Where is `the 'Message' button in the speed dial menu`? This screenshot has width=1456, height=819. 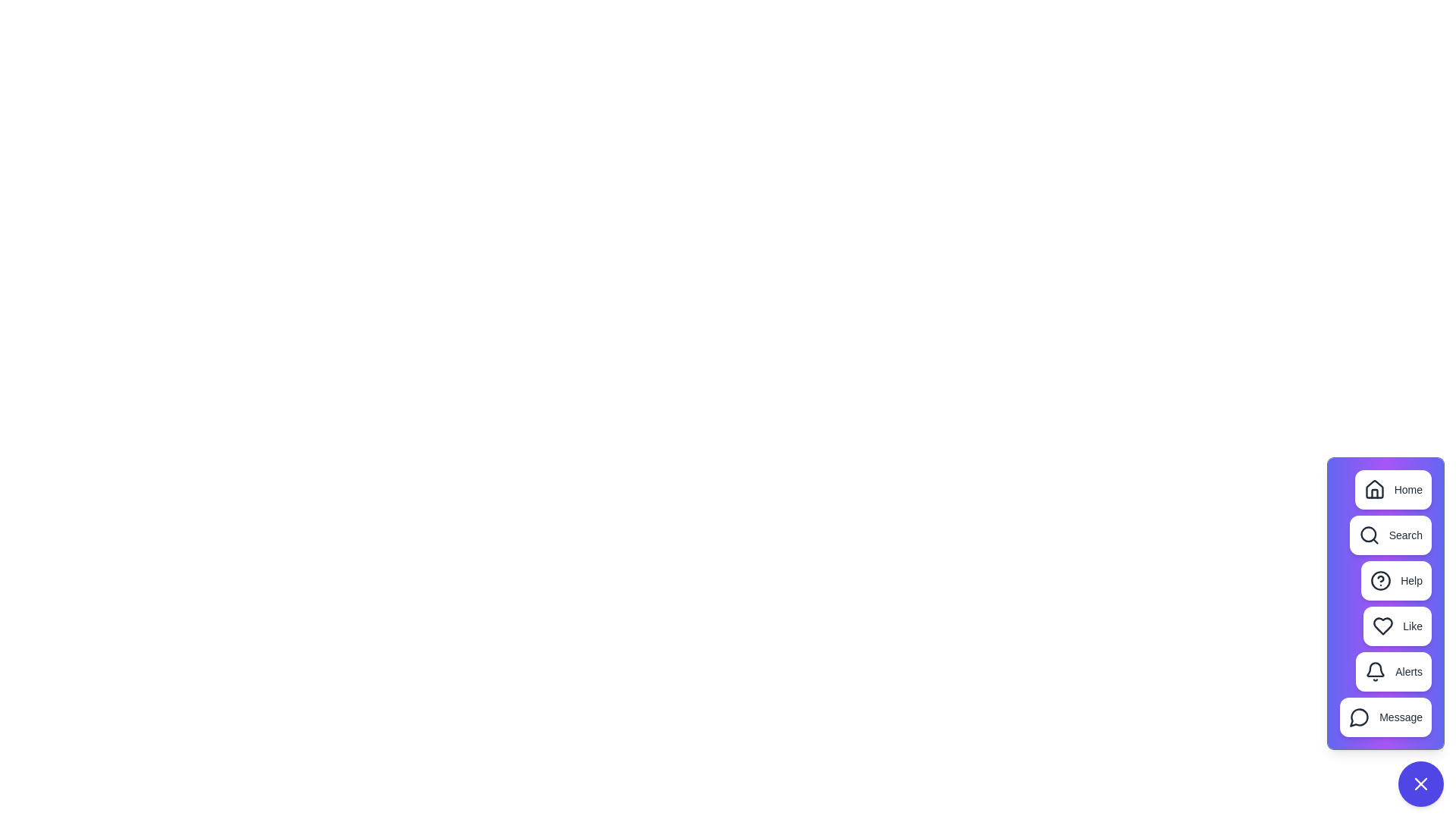 the 'Message' button in the speed dial menu is located at coordinates (1385, 717).